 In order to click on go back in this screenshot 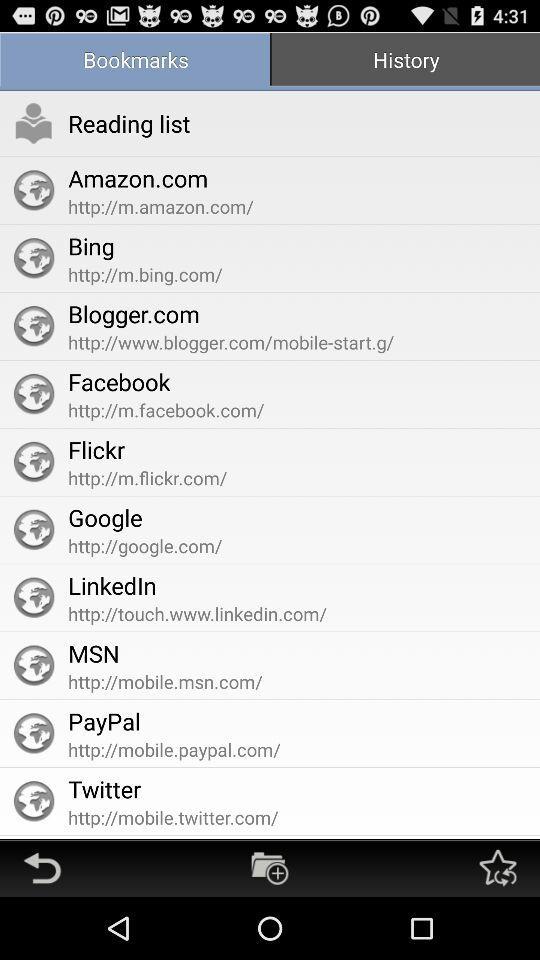, I will do `click(42, 867)`.